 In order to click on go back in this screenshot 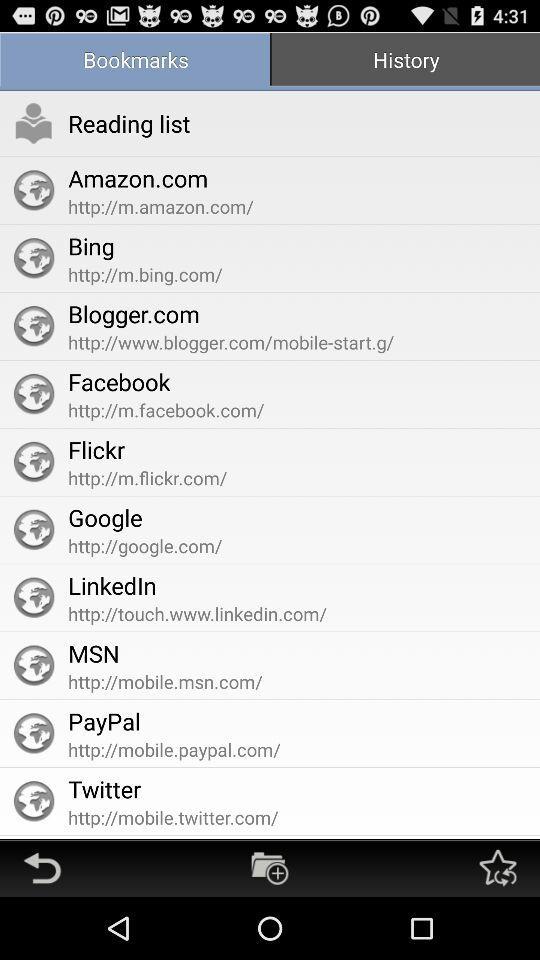, I will do `click(42, 867)`.